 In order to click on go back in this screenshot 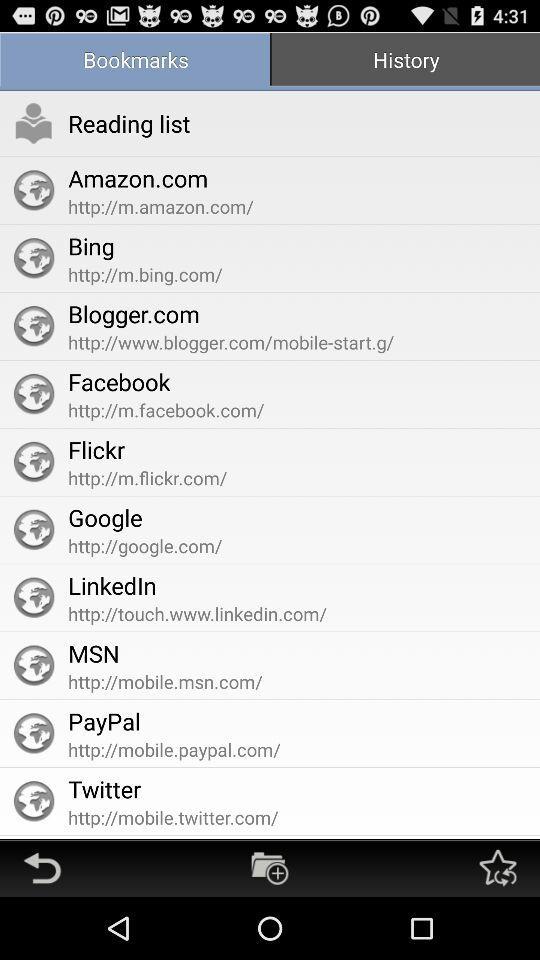, I will do `click(42, 867)`.